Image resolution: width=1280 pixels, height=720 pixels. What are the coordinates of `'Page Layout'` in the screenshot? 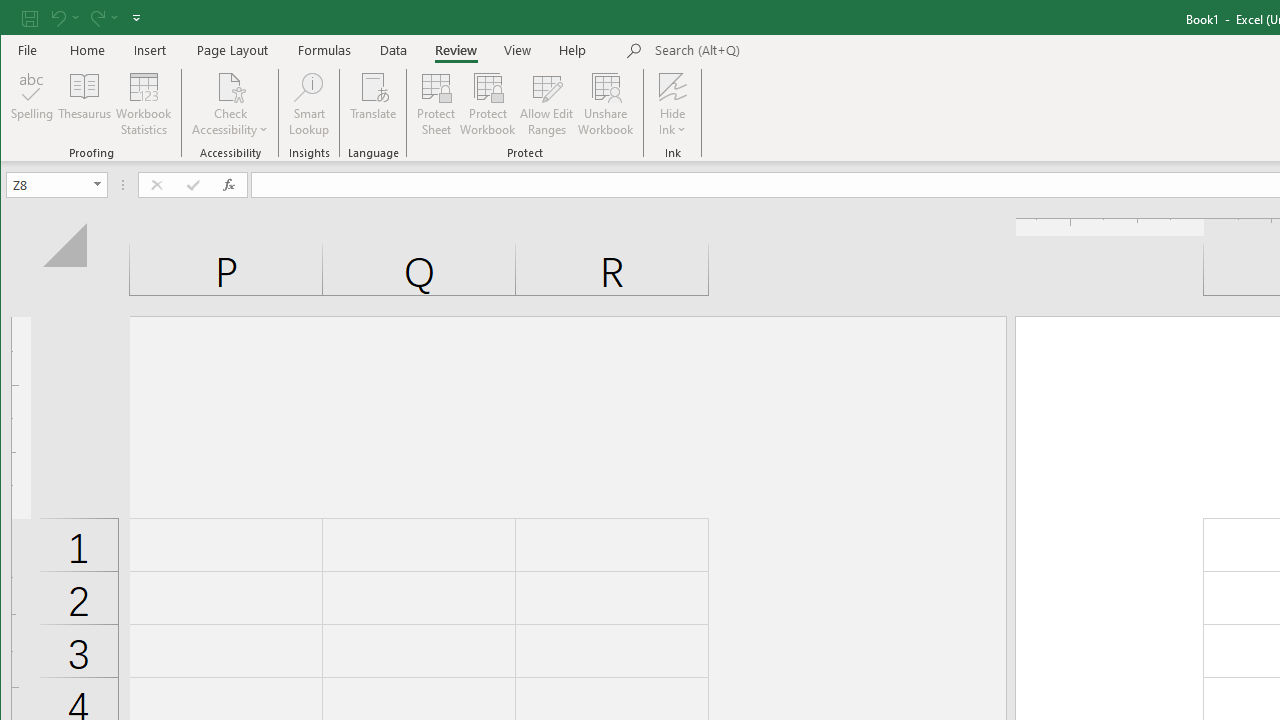 It's located at (232, 49).